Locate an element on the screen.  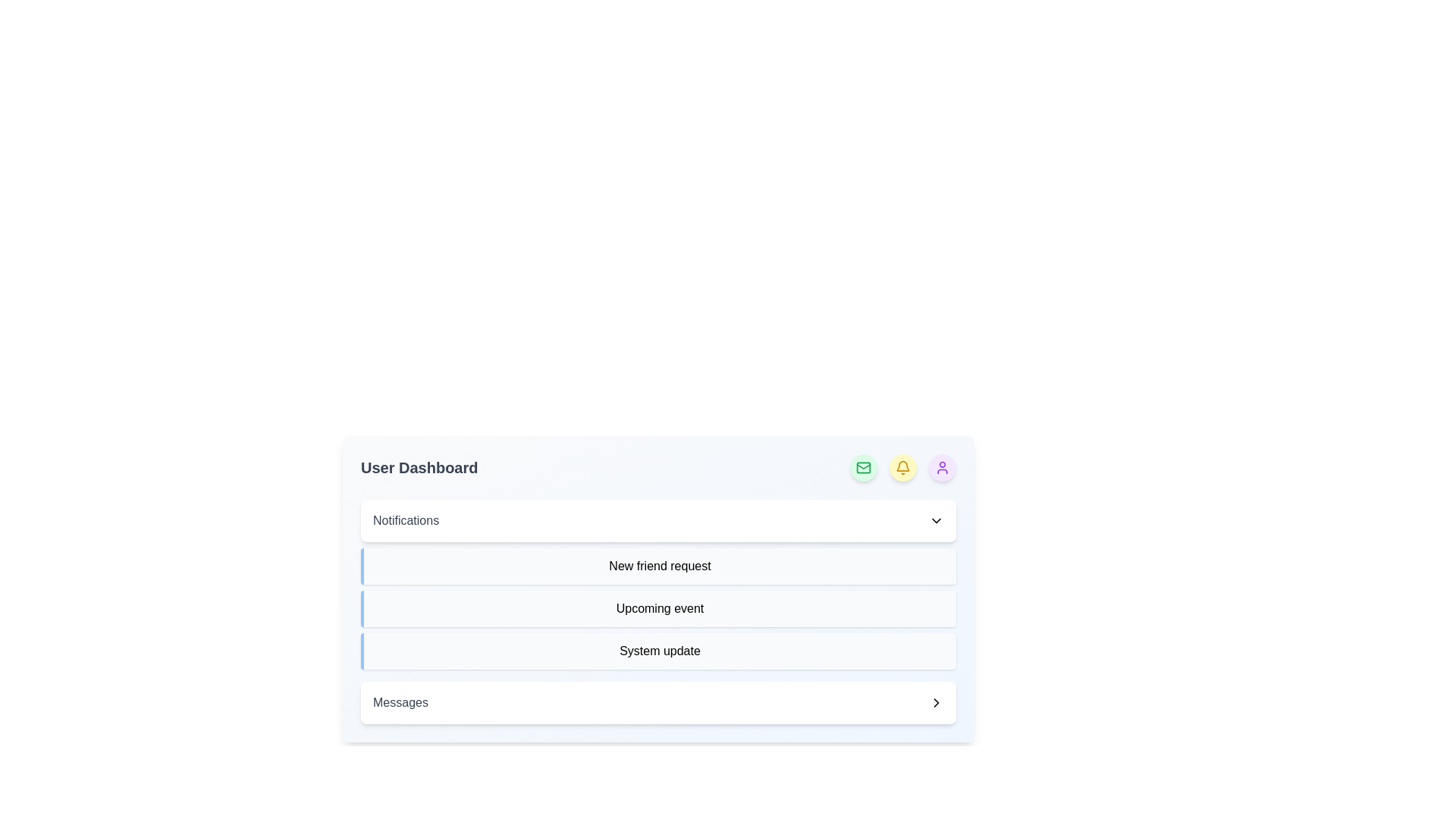
the inner detail resembling the flap of the envelope in the email icon located at the top-right corner of the user interface is located at coordinates (863, 465).